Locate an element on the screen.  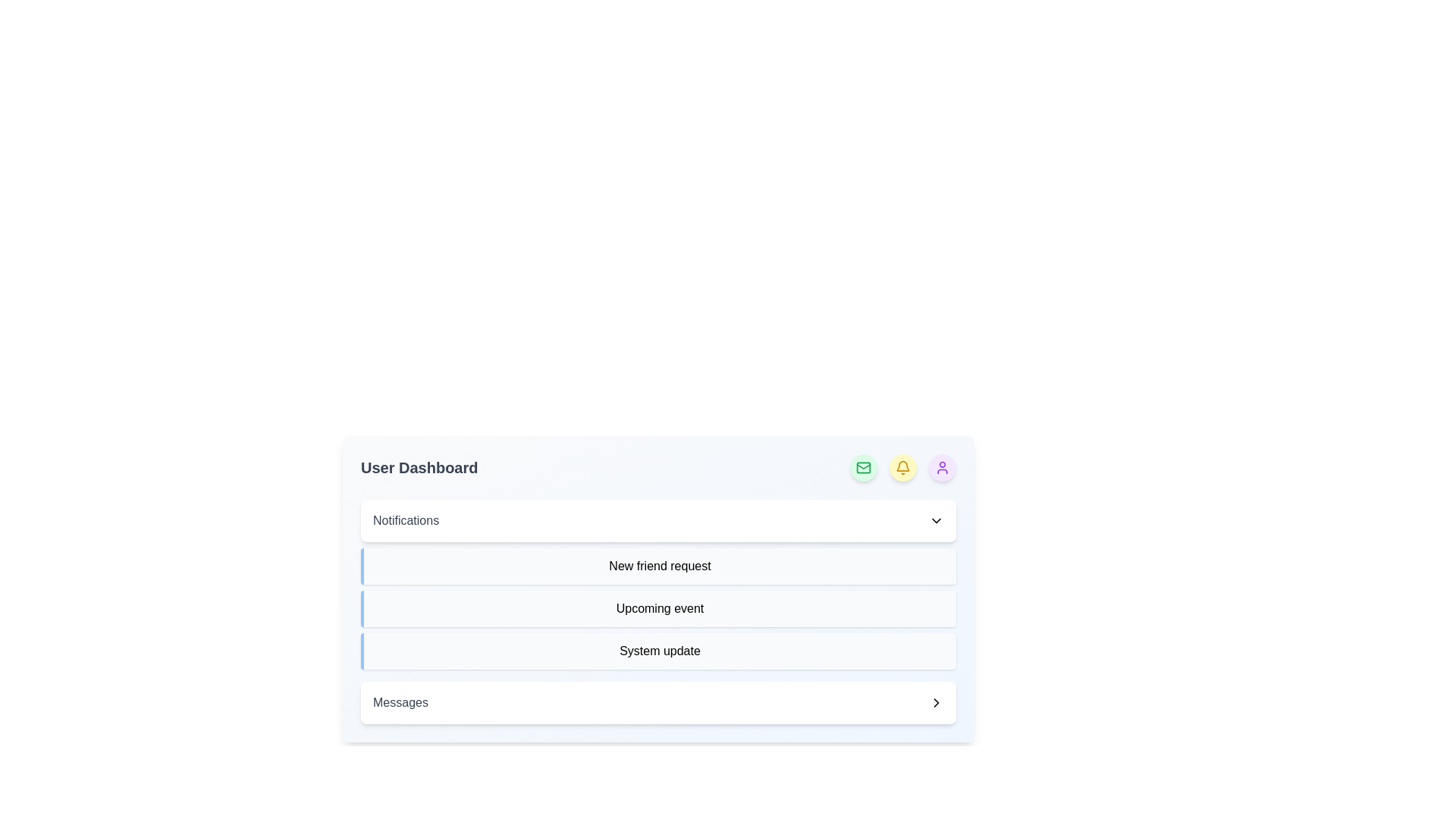
the inner detail resembling the flap of the envelope in the email icon located at the top-right corner of the user interface is located at coordinates (863, 465).